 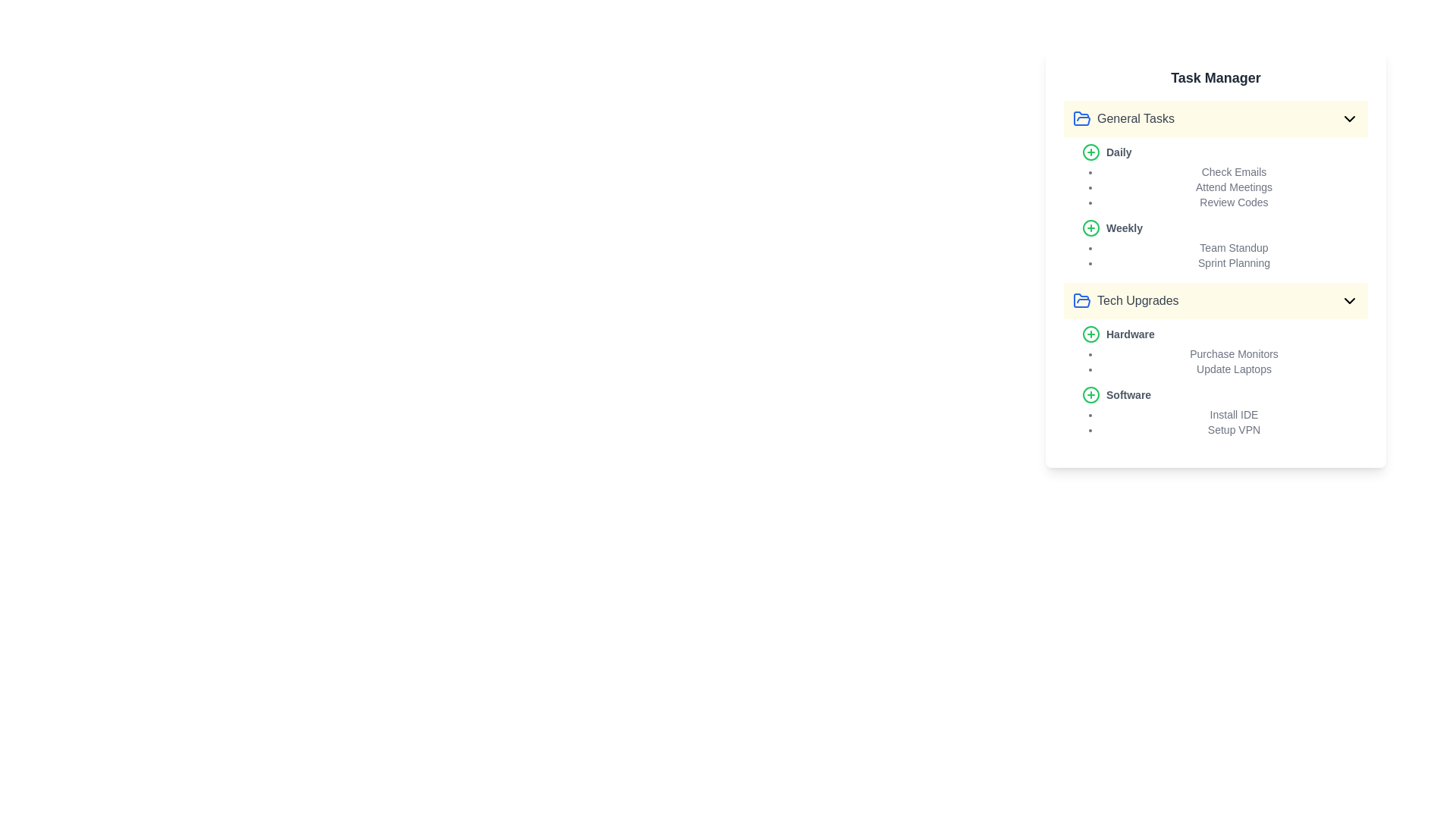 I want to click on the green circular icon button with a plus sign located to the left of the 'Weekly' text in the 'General Tasks' section, second under the 'Daily' item, so click(x=1090, y=227).